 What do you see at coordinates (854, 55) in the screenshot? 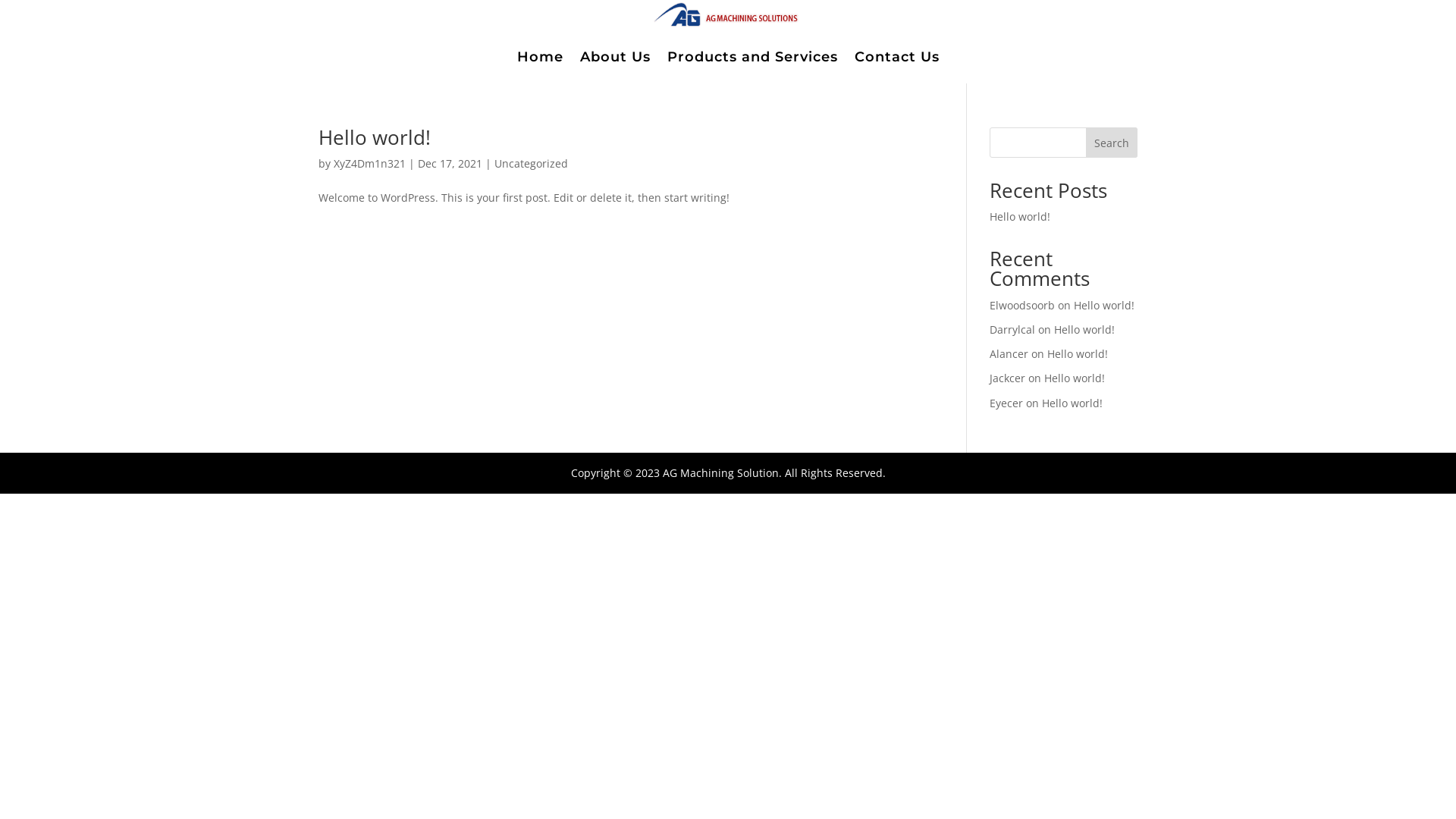
I see `'Contact Us'` at bounding box center [854, 55].